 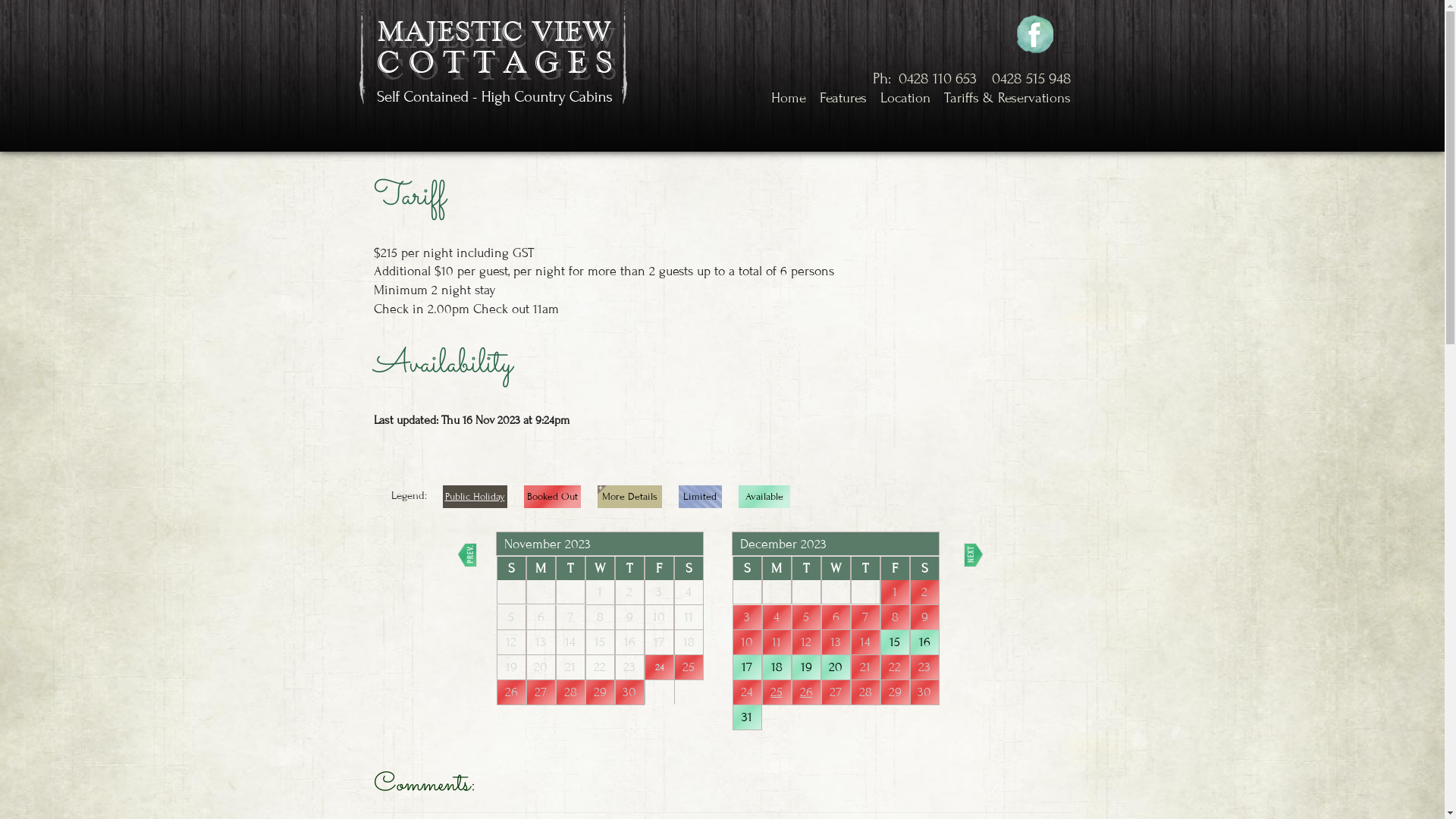 I want to click on 'Prev', so click(x=465, y=555).